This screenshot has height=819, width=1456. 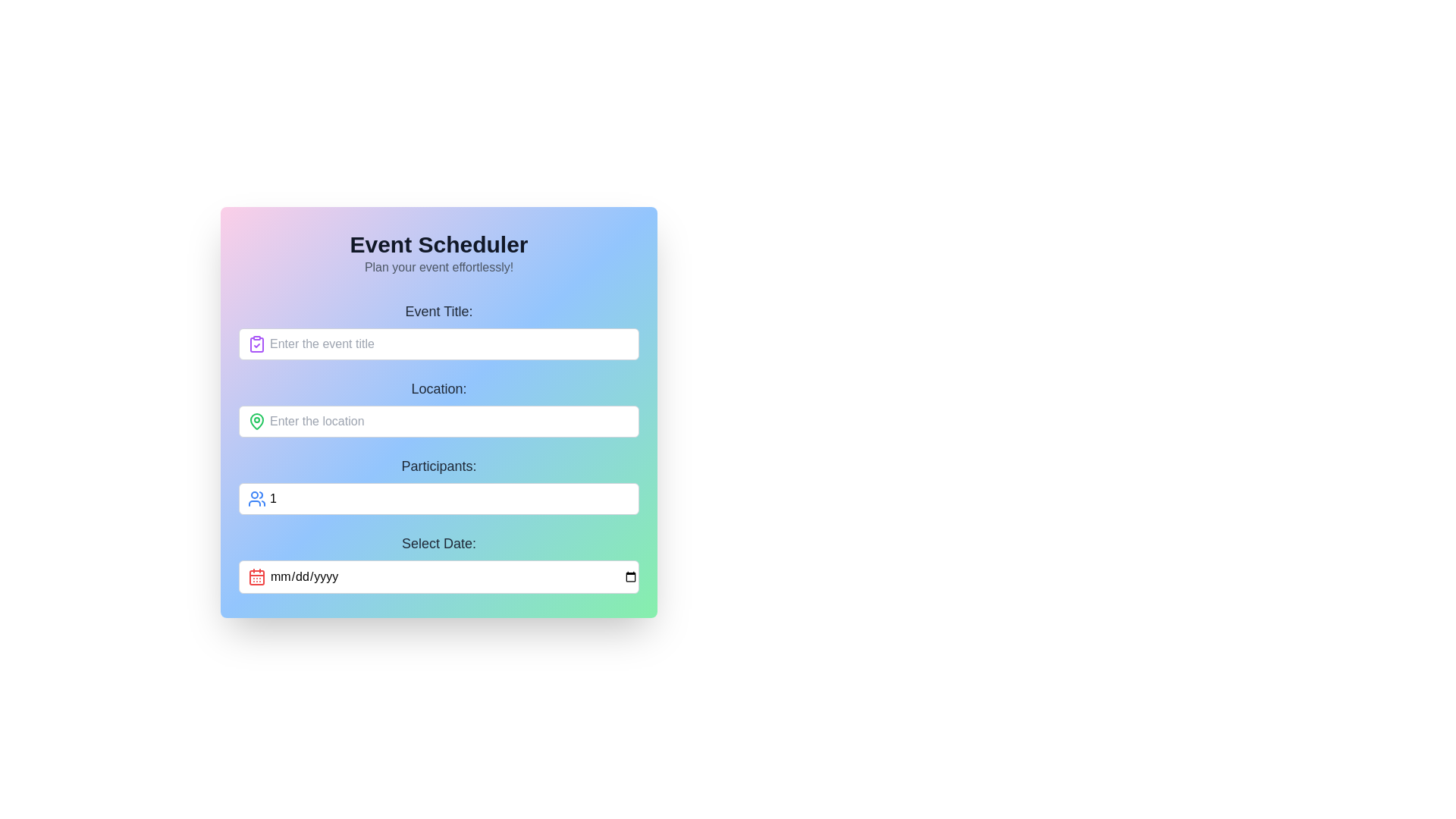 I want to click on the static text label reading 'Event Title:' which is positioned above the related text input field in the form interface, so click(x=438, y=329).